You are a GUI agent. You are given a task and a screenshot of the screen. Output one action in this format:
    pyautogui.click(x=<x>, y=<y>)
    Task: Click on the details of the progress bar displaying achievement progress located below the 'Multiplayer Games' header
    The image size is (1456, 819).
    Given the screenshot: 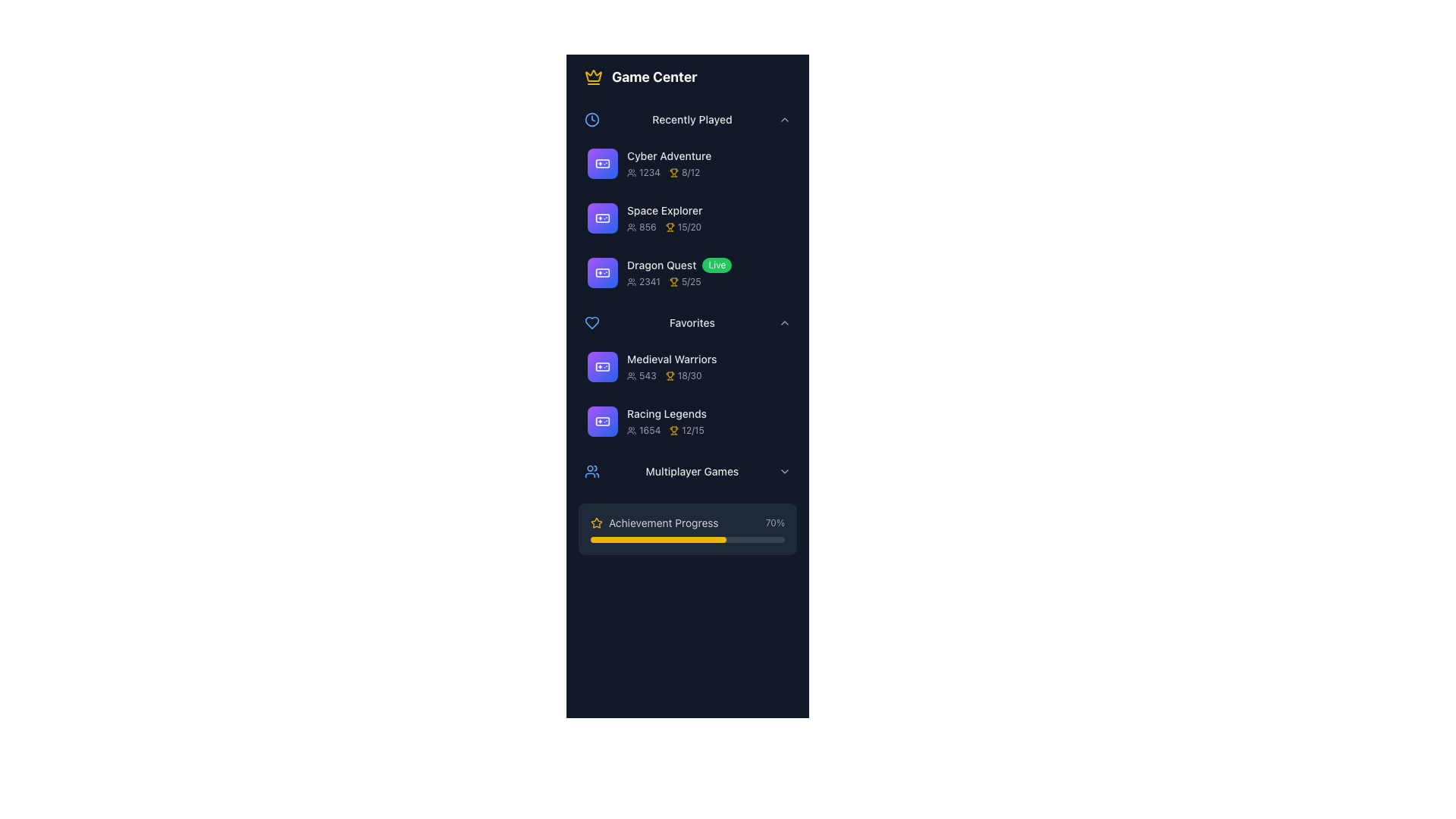 What is the action you would take?
    pyautogui.click(x=687, y=529)
    